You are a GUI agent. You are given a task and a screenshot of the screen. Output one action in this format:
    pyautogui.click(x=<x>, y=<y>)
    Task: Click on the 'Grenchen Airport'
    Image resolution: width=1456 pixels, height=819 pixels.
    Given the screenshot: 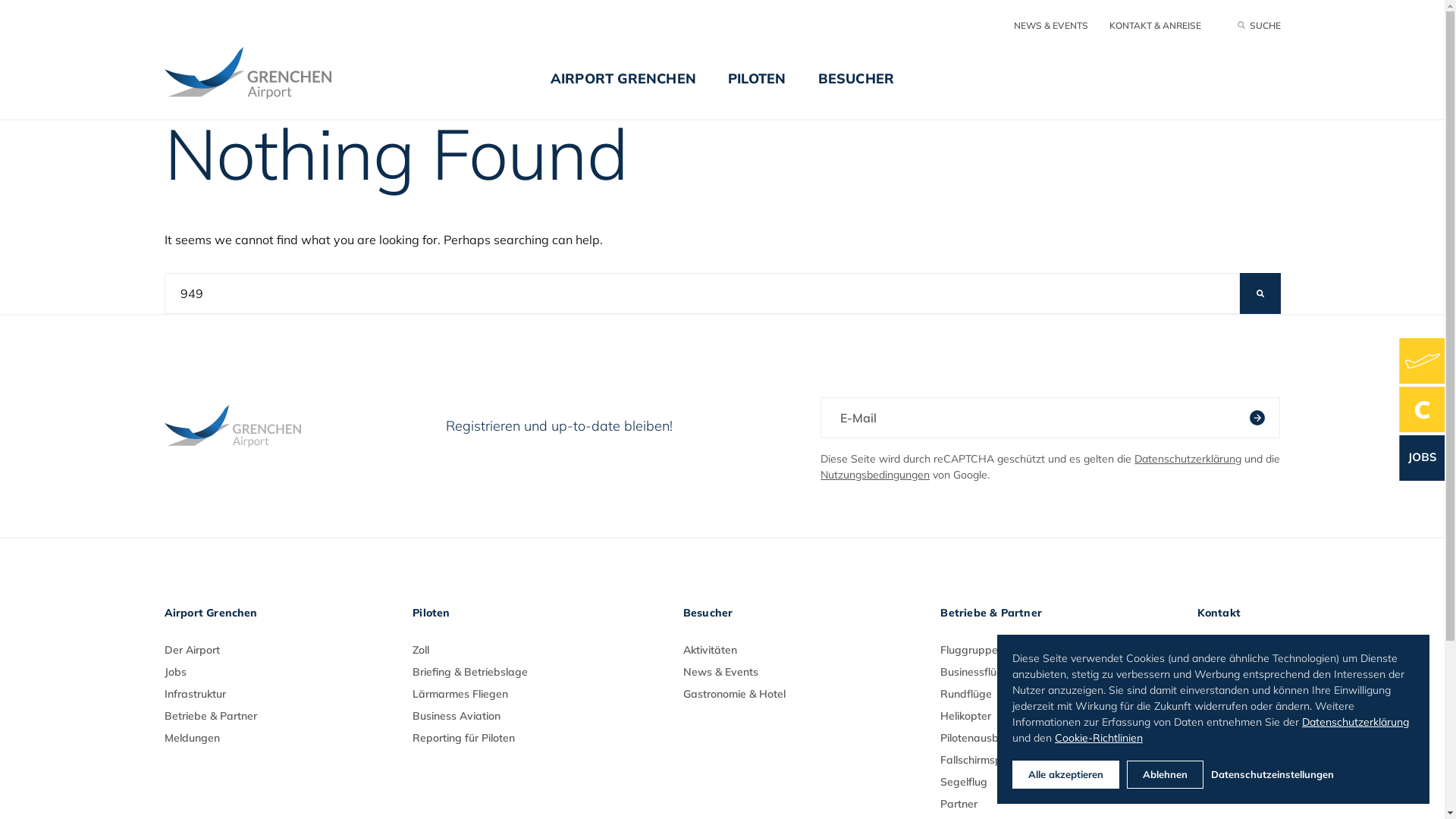 What is the action you would take?
    pyautogui.click(x=164, y=73)
    